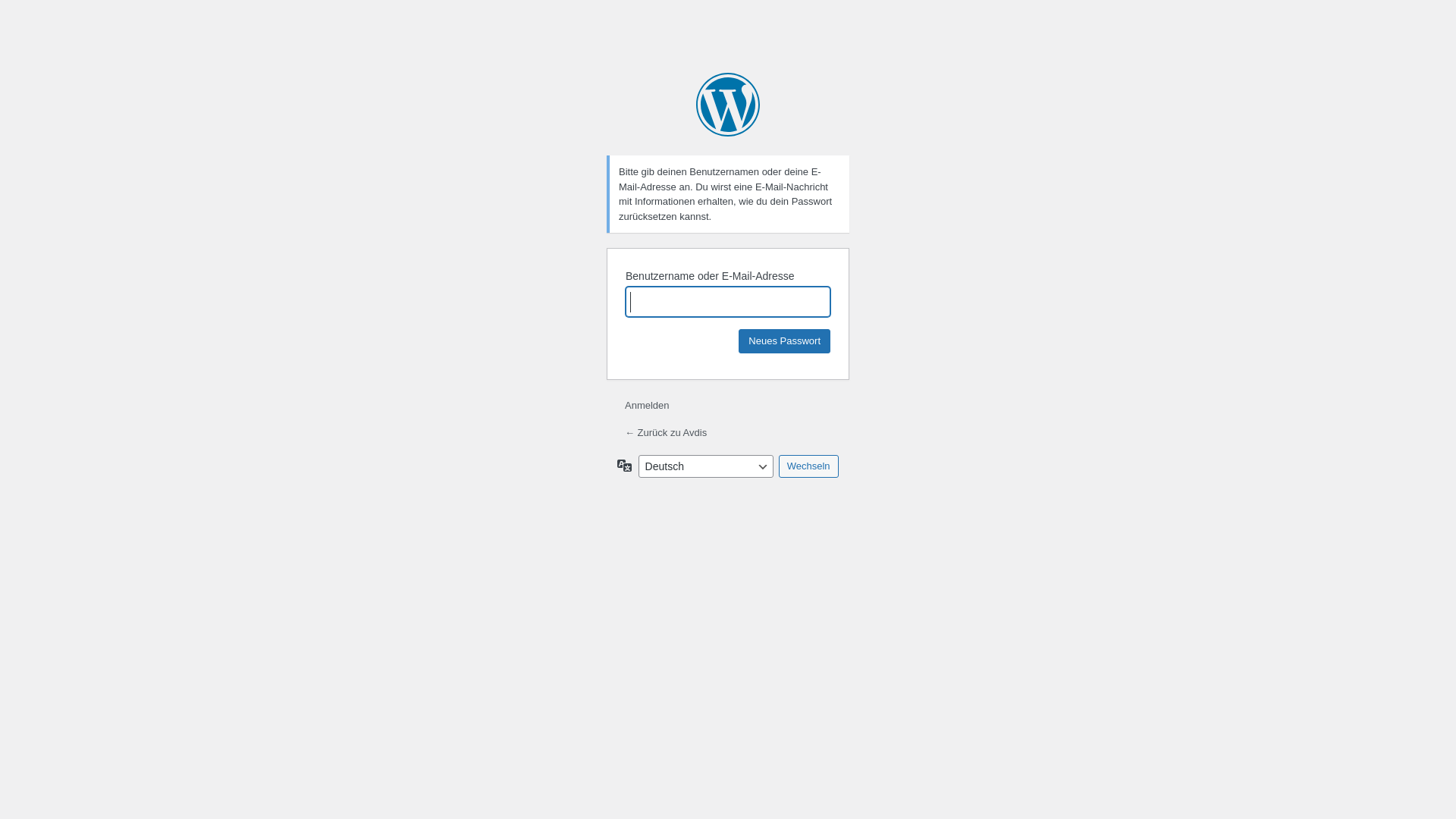 This screenshot has width=1456, height=819. I want to click on 'Powered by WordPress', so click(728, 104).